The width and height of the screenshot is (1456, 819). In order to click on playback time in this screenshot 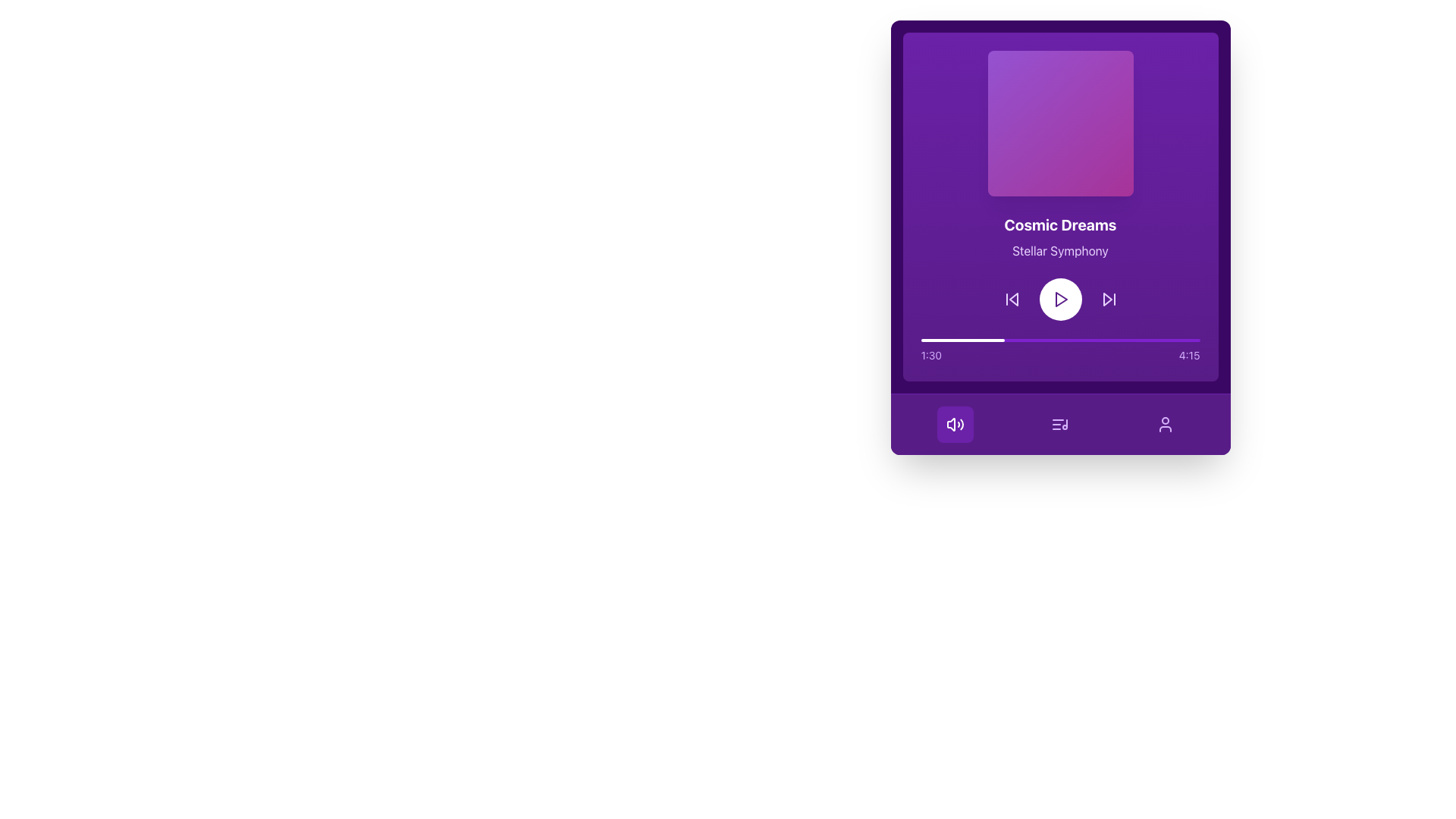, I will do `click(925, 339)`.